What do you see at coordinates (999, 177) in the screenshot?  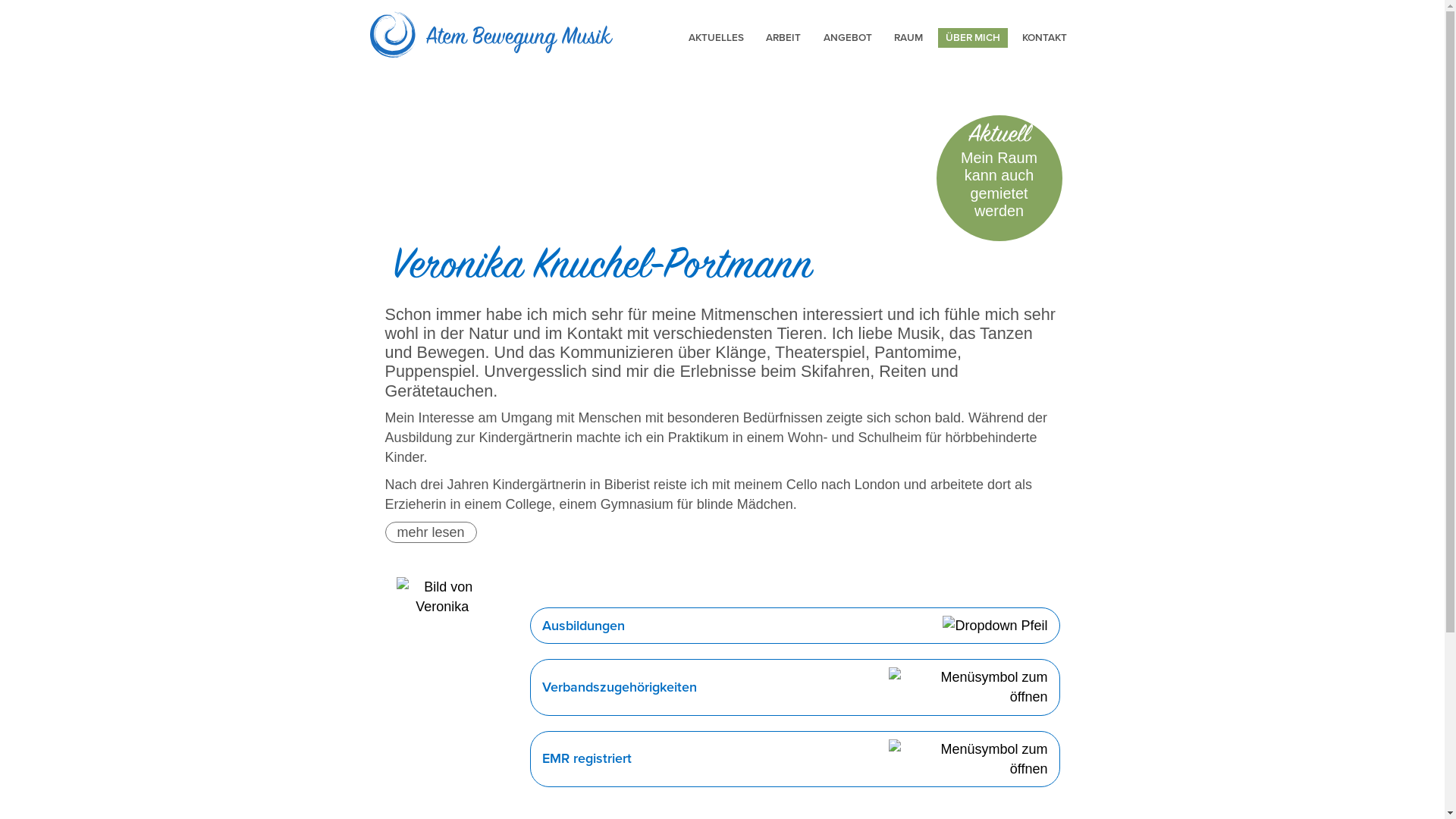 I see `'zu RAUM'` at bounding box center [999, 177].